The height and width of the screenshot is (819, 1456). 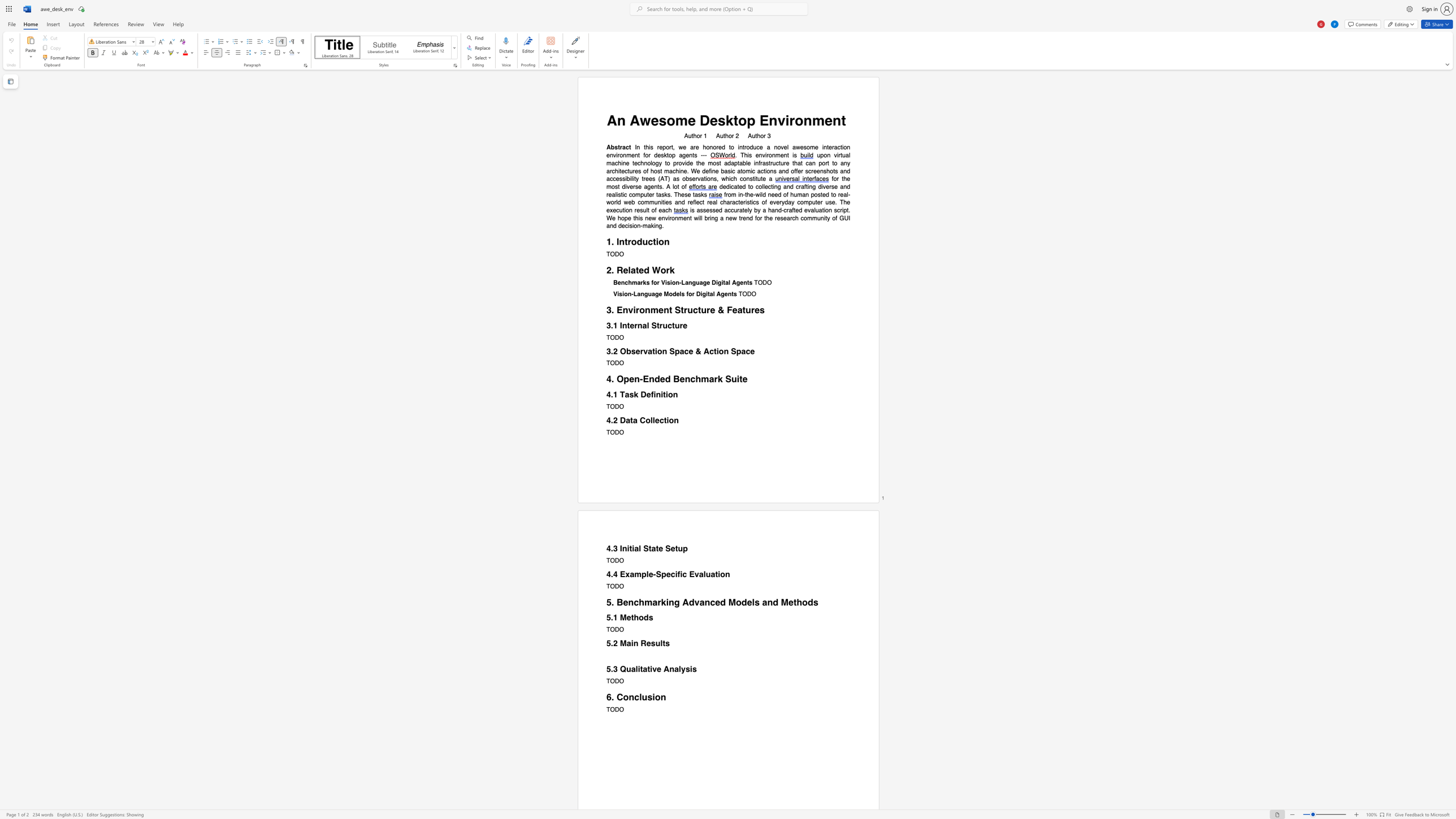 What do you see at coordinates (655, 643) in the screenshot?
I see `the subset text "ults" within the text "5.2 Main Results"` at bounding box center [655, 643].